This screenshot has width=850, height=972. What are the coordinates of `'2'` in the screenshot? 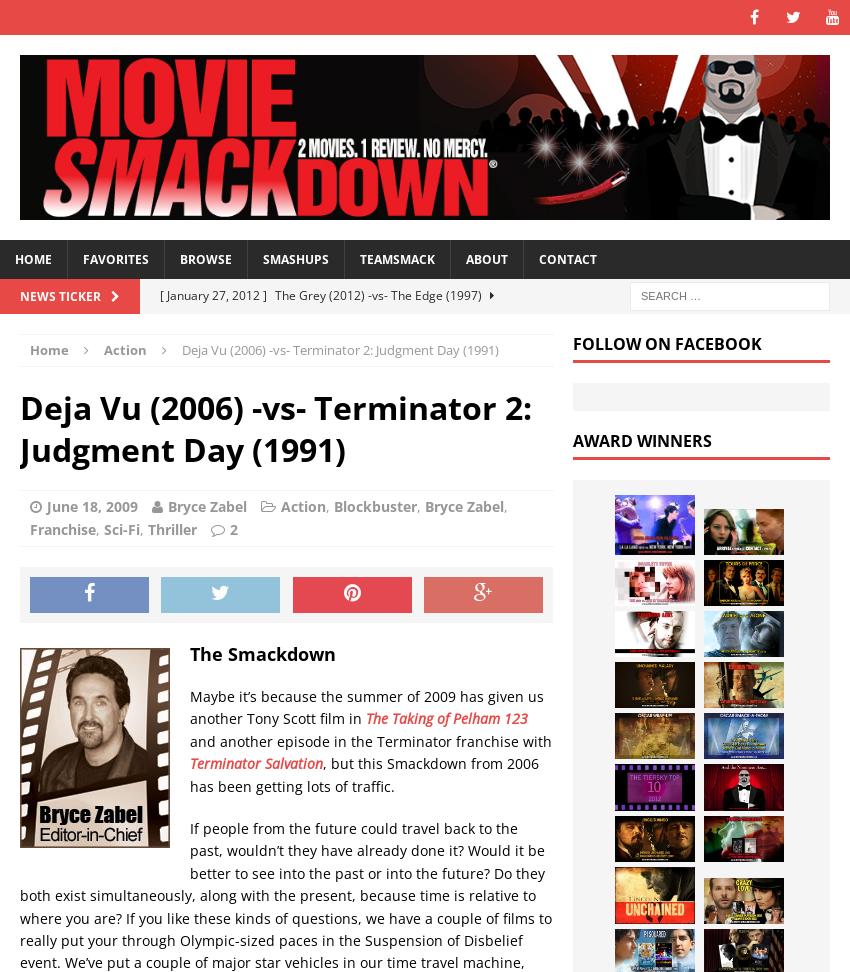 It's located at (234, 528).